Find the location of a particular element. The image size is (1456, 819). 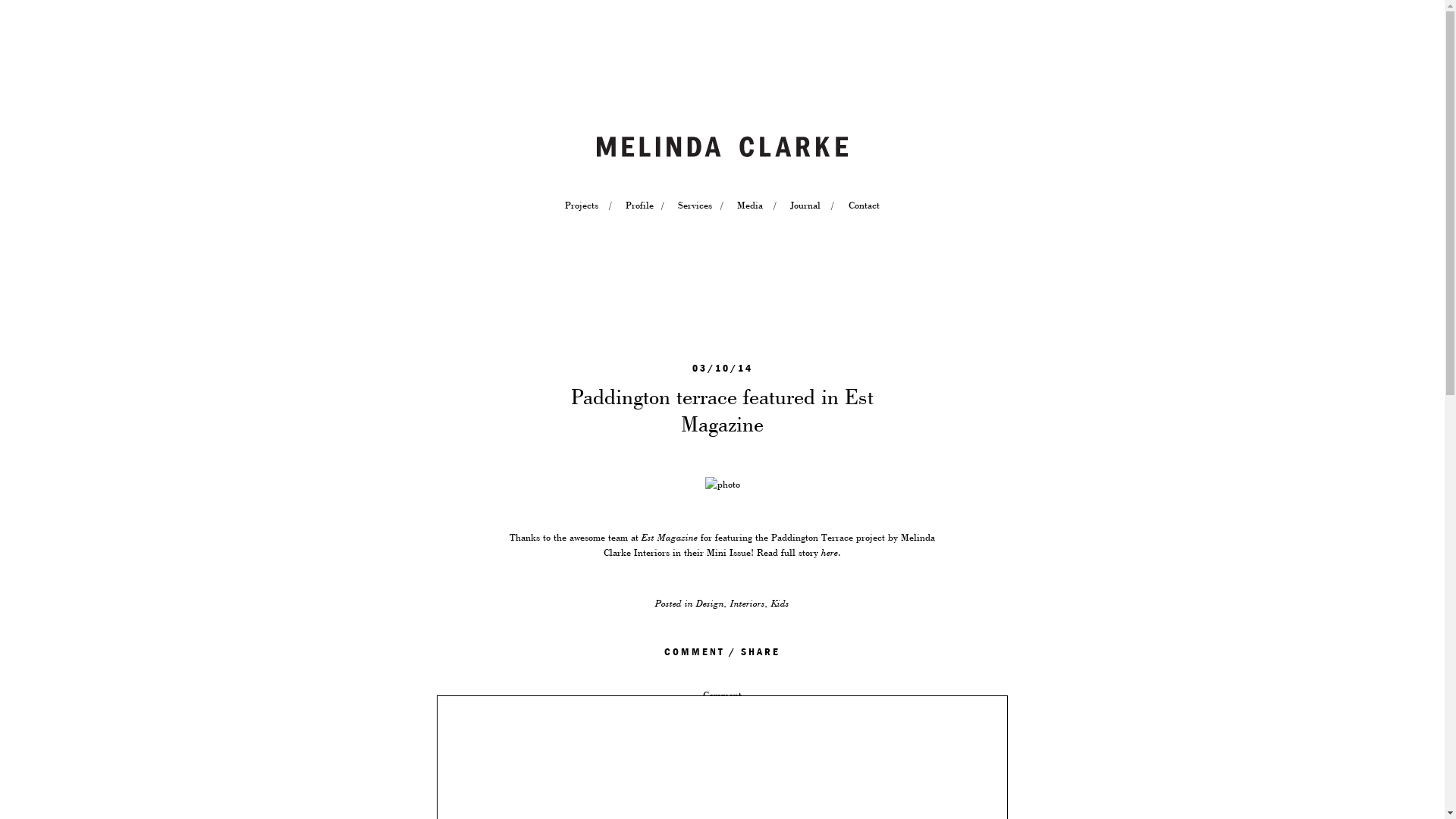

'SHARE' is located at coordinates (761, 651).